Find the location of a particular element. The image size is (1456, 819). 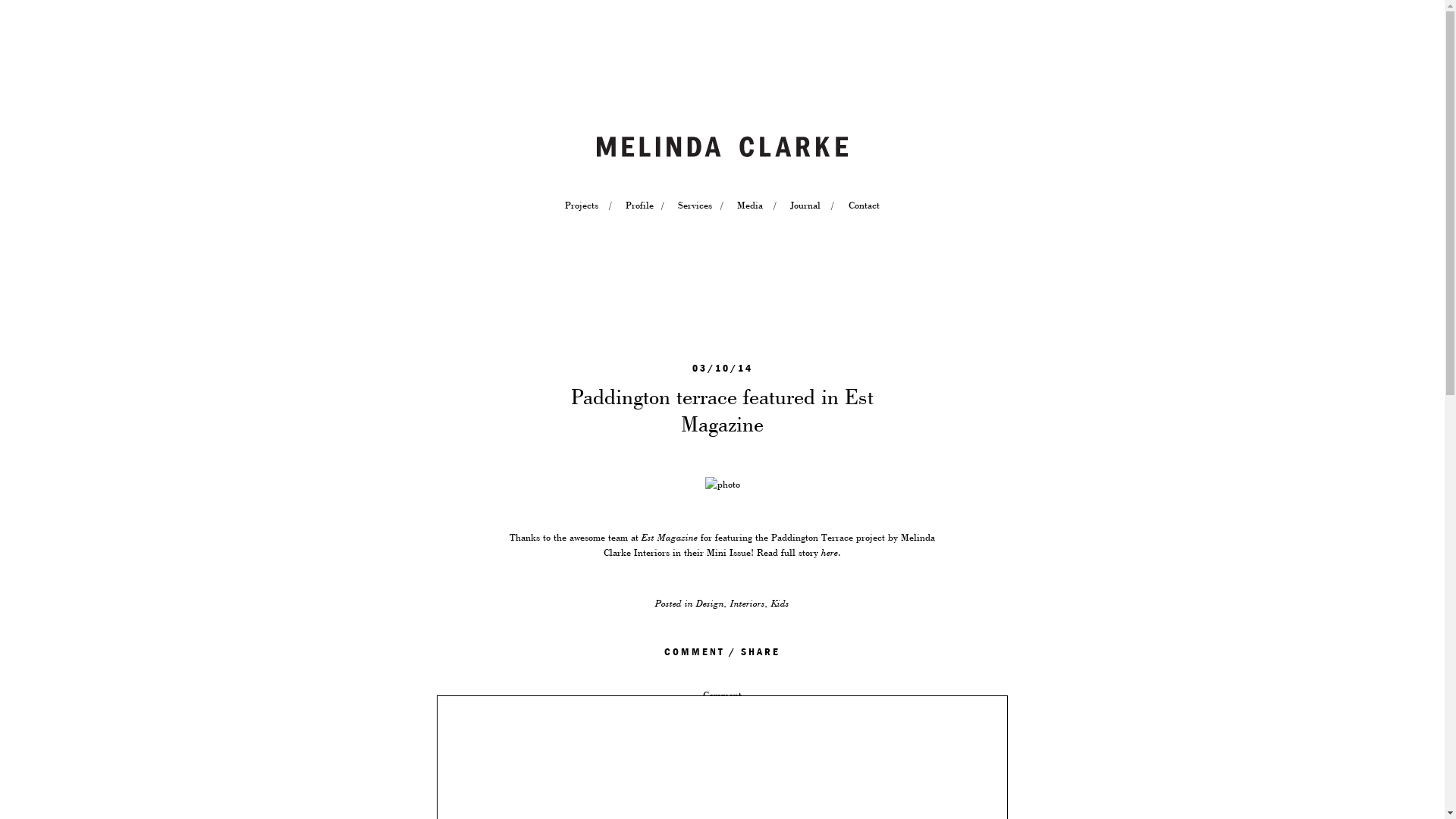

'SHARE' is located at coordinates (761, 651).